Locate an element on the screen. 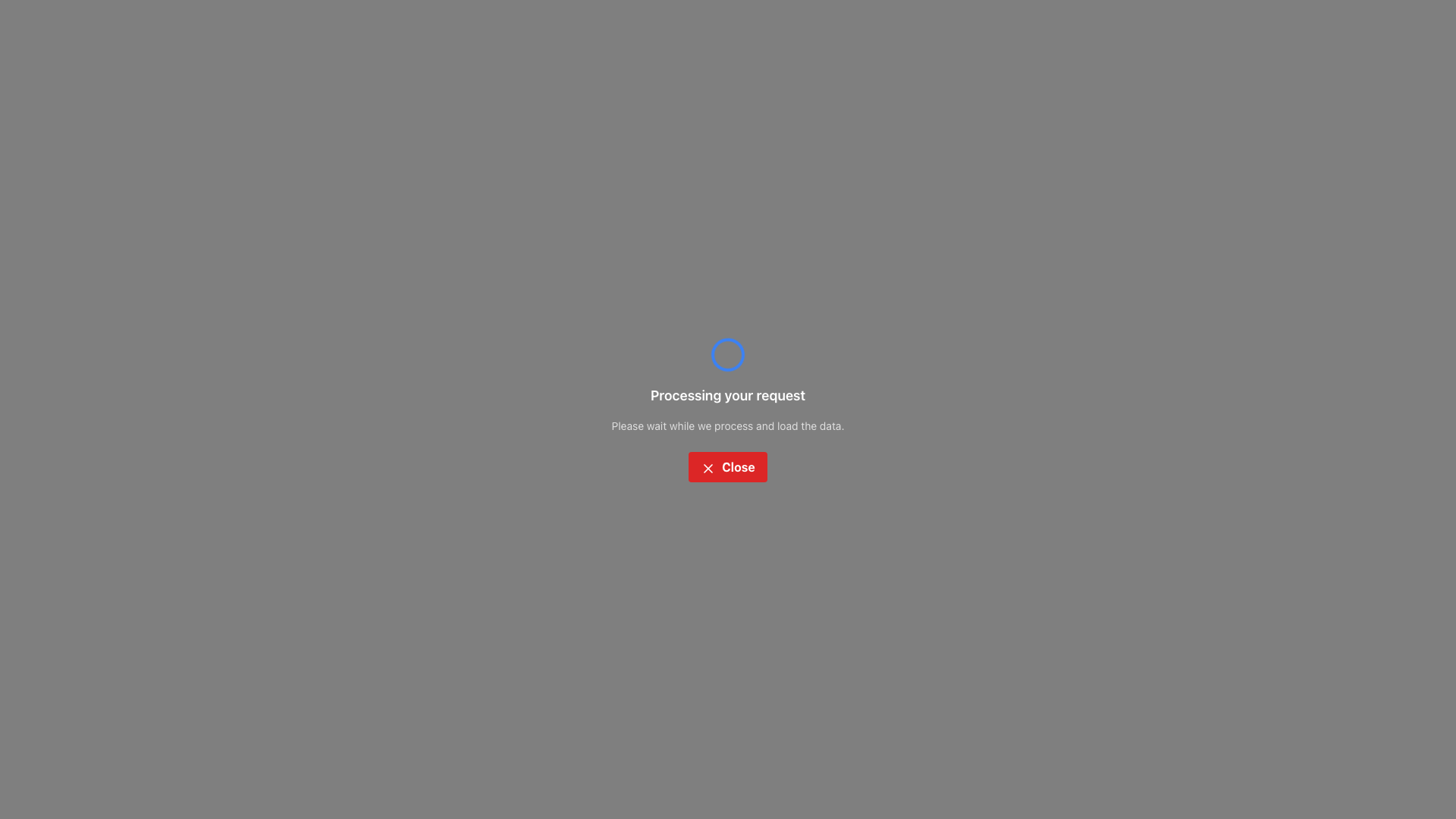 The height and width of the screenshot is (819, 1456). the text element that displays 'Please wait while we process and load the data.' is located at coordinates (728, 426).